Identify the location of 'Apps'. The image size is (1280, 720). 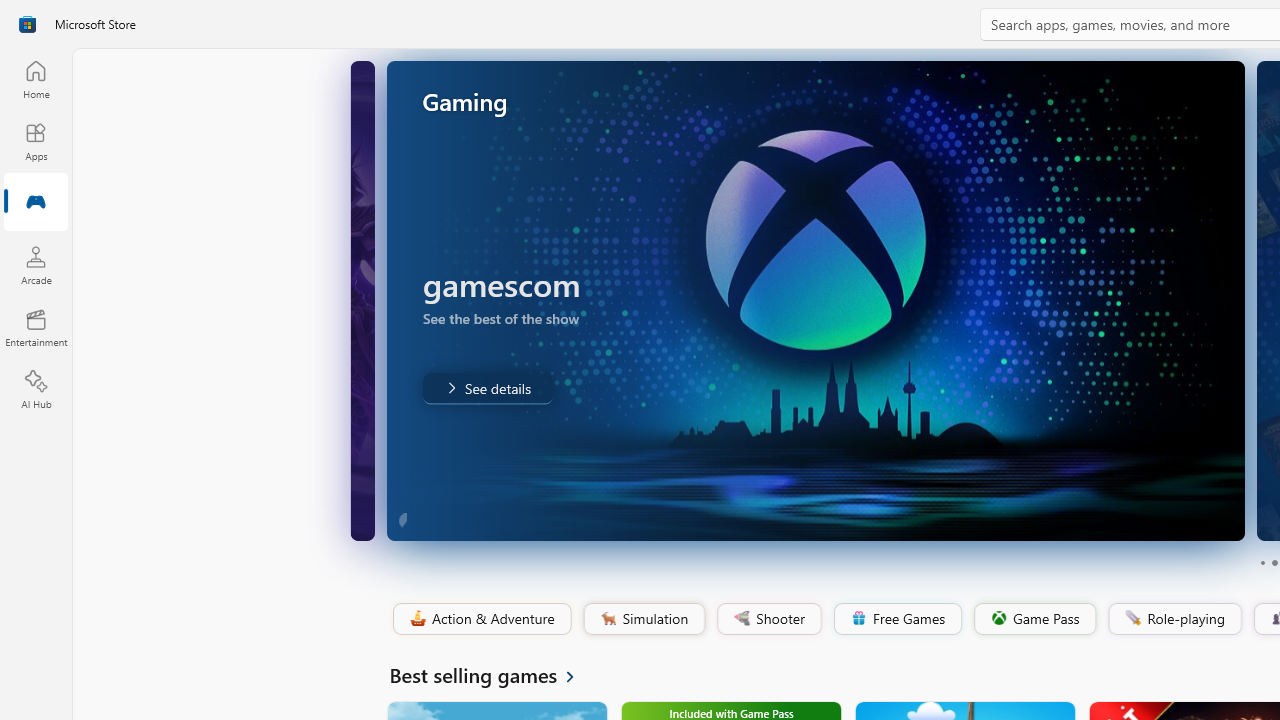
(35, 140).